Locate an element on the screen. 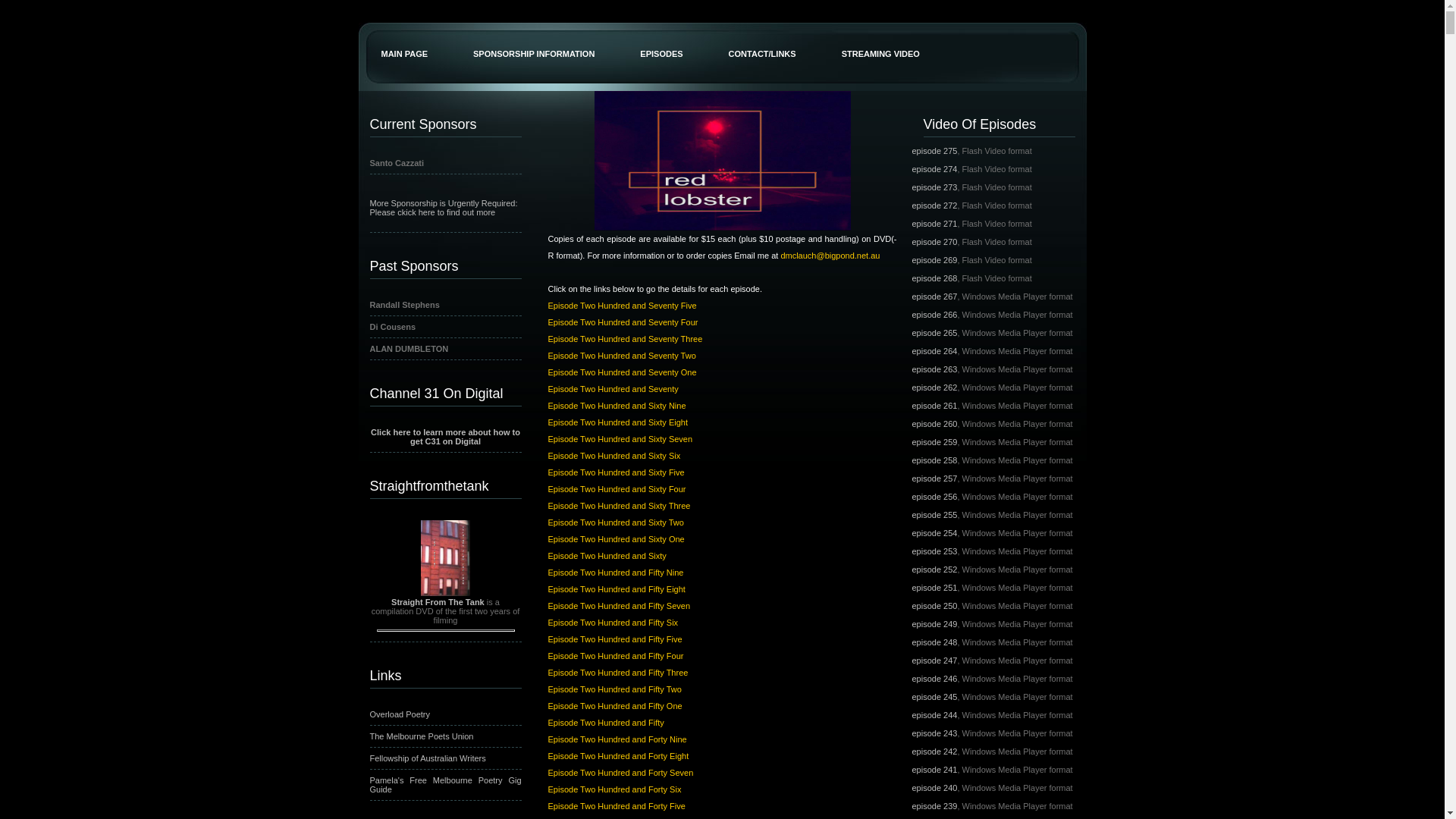 The image size is (1456, 819). 'episode 256' is located at coordinates (934, 497).